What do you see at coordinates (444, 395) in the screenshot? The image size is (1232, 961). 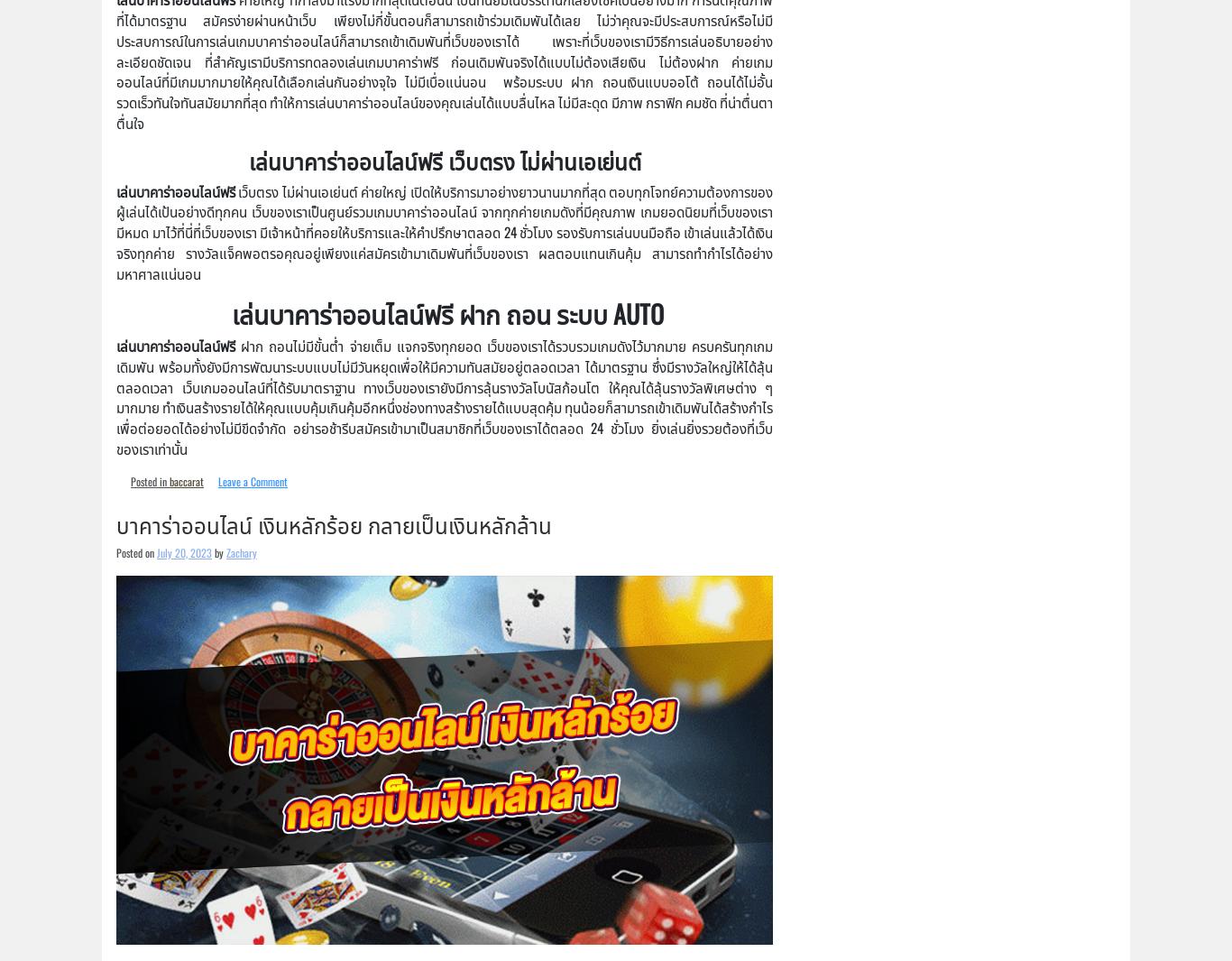 I see `'ฝาก ถอนไม่มีขั้นต่ำ จ่ายเต็ม แจกจริงทุกยอด เว็บของเราได้รวบรวมเกมดังไว้มากมาย ครบครันทุกเกมเดิมพัน พร้อมทั้งยังมีการพัฒนาระบบแบบไม่มีวันหยุดเพื่อให้มีความทันสมัยอยู่ตลอดเวลา ได้มาตรฐาน ซึ่งมีรางวัลใหญ่ให้ได้ลุ้นตลอดเวลา เว็บเกมออนไลน์ที่ได้รับมาตราฐาน ทางเว็บของเรายังมีการลุ้นรางวัลโบนัสก้อนโต ให้คุณได้ลุ้นรางวัลพิเศษต่าง ๆ มากมาย ทำเงินสร้างรายได้ให้คุณแบบคุ้มเกินคุ้มอีกหนึ่งช่องทางสร้างรายได้แบบสุดคุ้ม ทุนน้อยก็สามารถเข้าเดิมพันได้สร้างกำไรเพื่อต่อยอดได้อย่างไม่มีขีดจำกัด อย่ารอช้ารีบสมัครเข้ามาเป็นสมาชิกที่เว็บของเราได้ตลอด 24 ชั่วโมง ยิ่งเล่นยิ่งรวยต้องที่เว็บของเราเท่านั้น'` at bounding box center [444, 395].